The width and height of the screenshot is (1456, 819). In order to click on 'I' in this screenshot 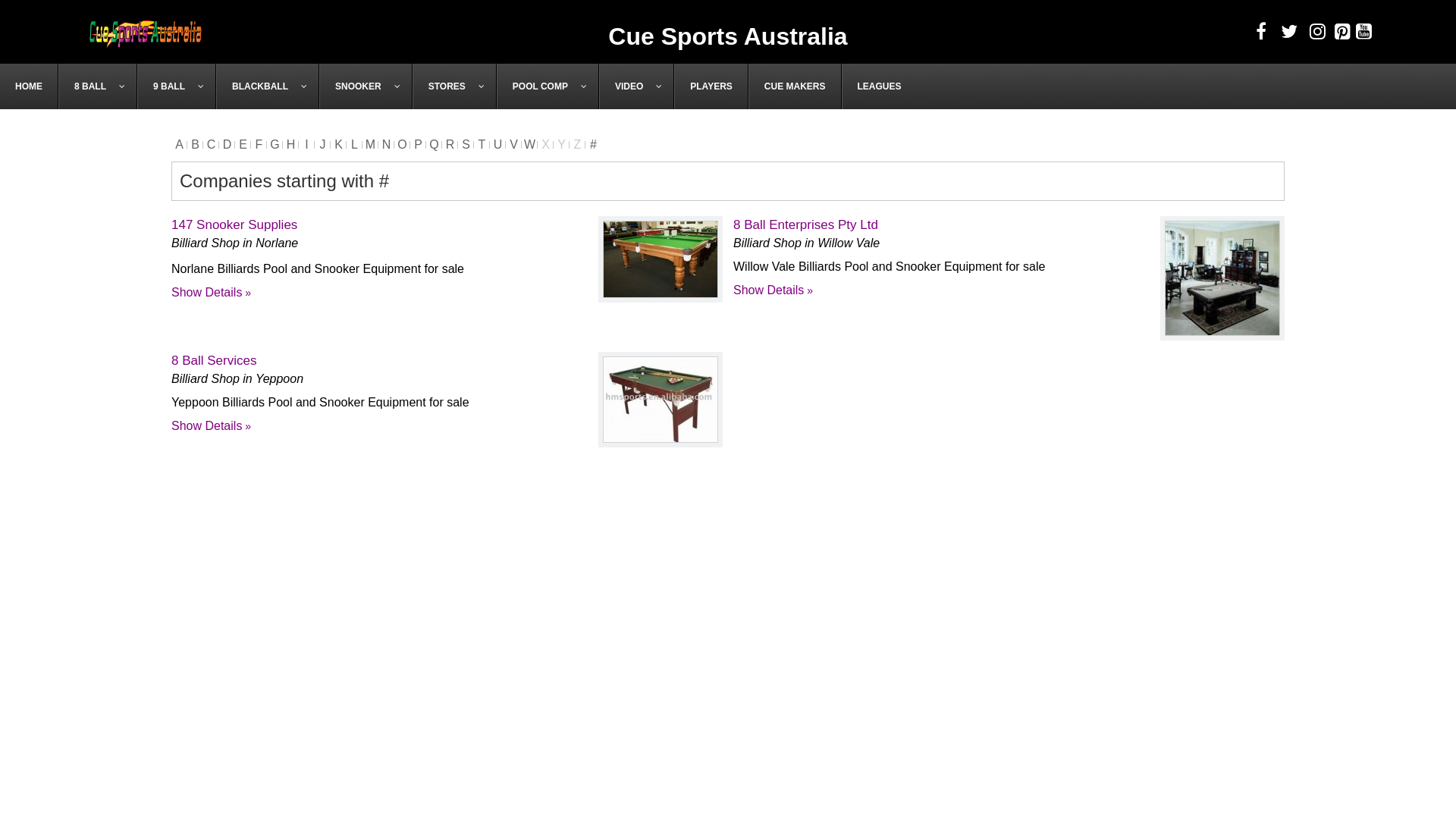, I will do `click(306, 144)`.